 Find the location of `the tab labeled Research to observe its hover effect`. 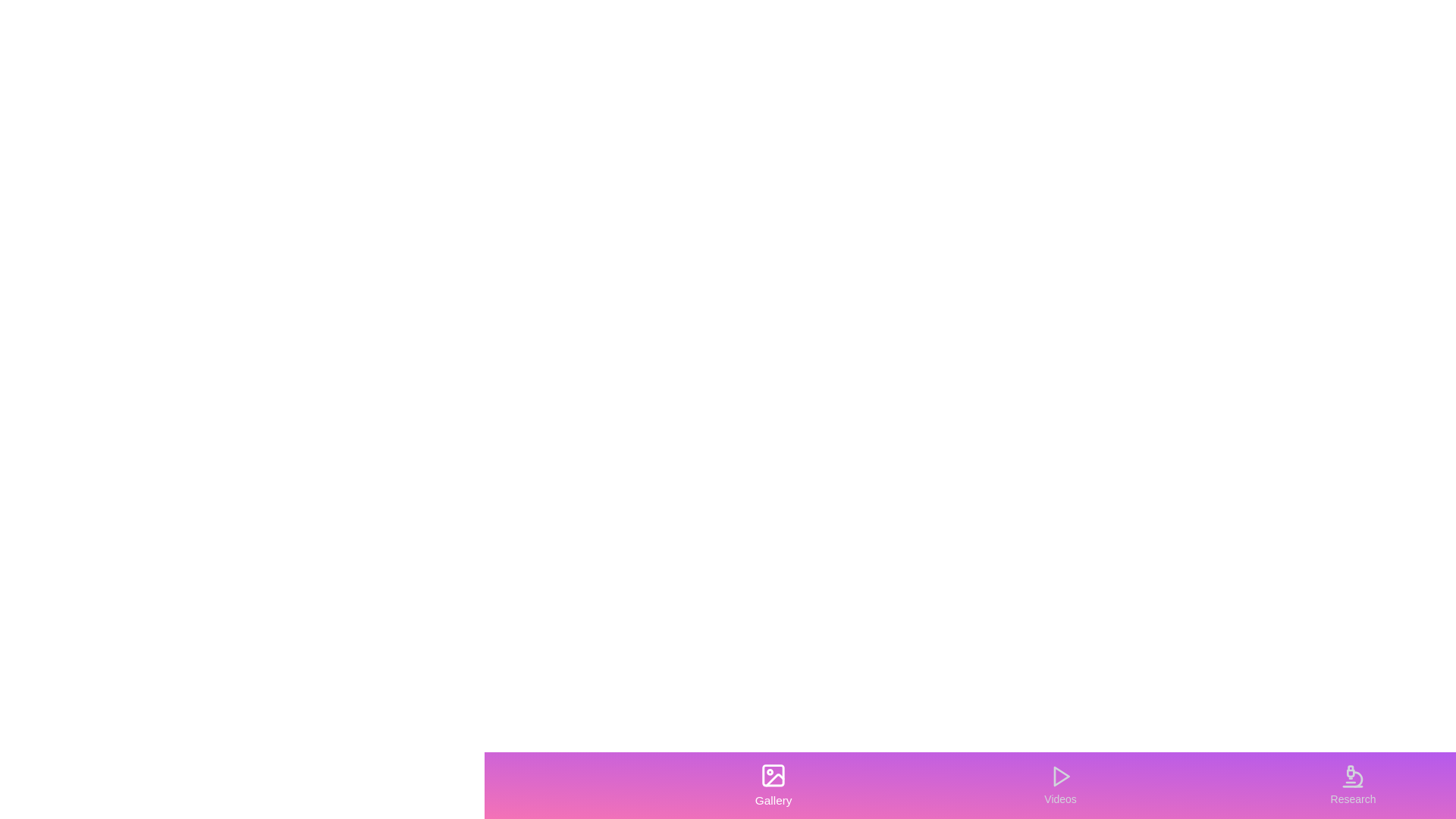

the tab labeled Research to observe its hover effect is located at coordinates (1353, 785).